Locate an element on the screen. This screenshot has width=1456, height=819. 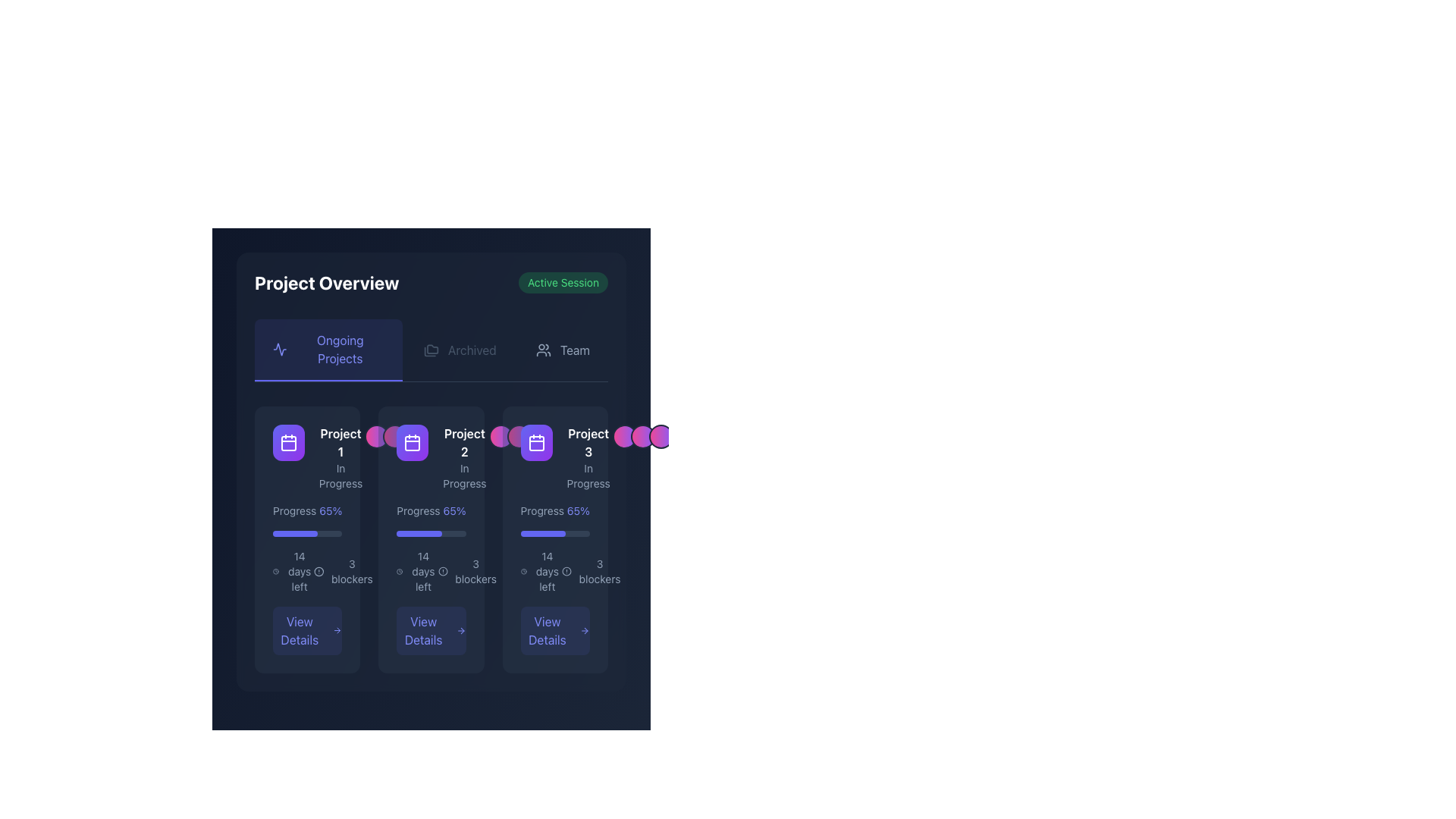
the text label within the 'View Details' button for 'Project 3', located at the bottom section of the button in the rightmost position among visible project cards is located at coordinates (546, 631).